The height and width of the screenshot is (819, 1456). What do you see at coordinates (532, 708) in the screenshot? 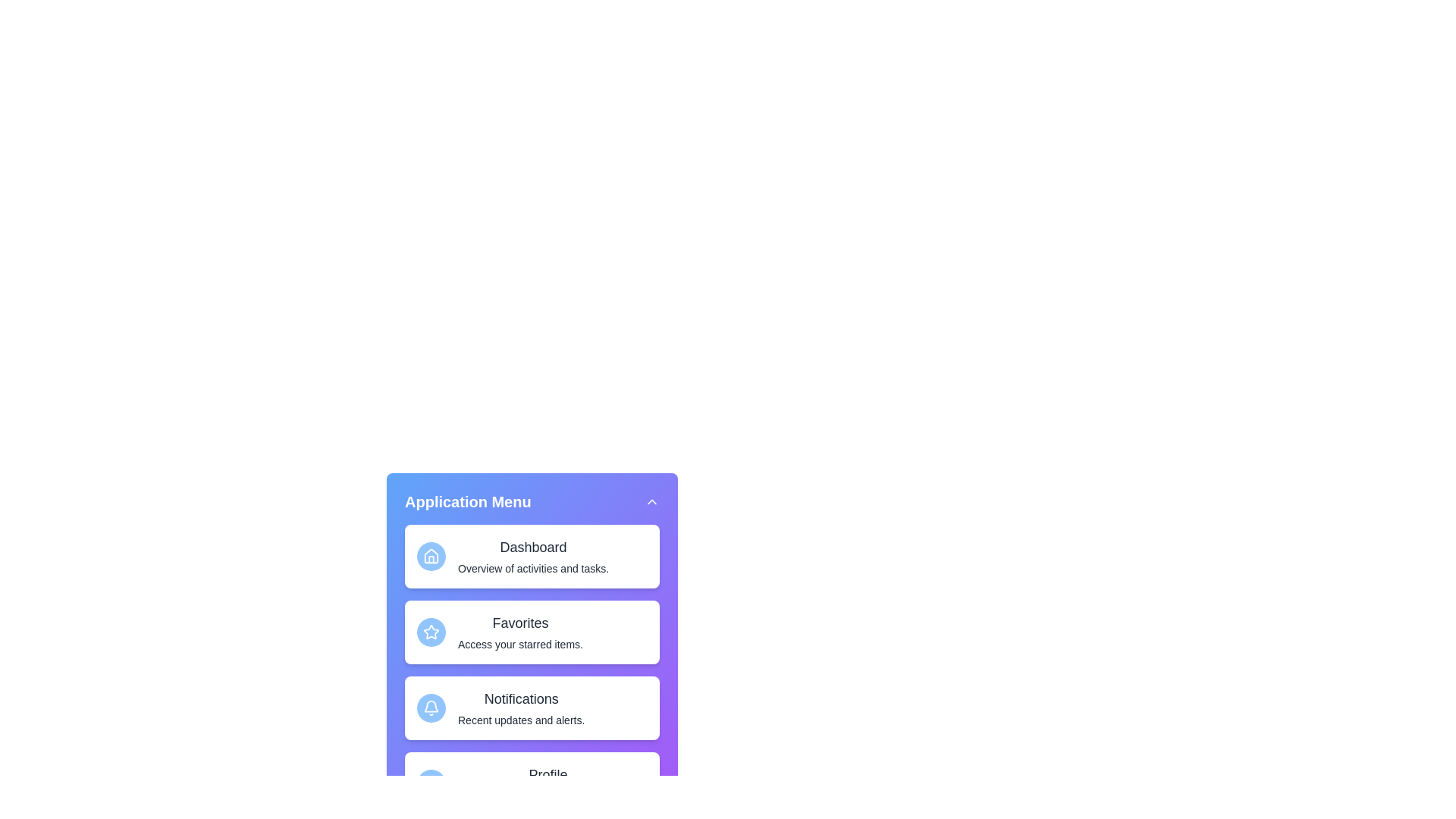
I see `the menu item Notifications` at bounding box center [532, 708].